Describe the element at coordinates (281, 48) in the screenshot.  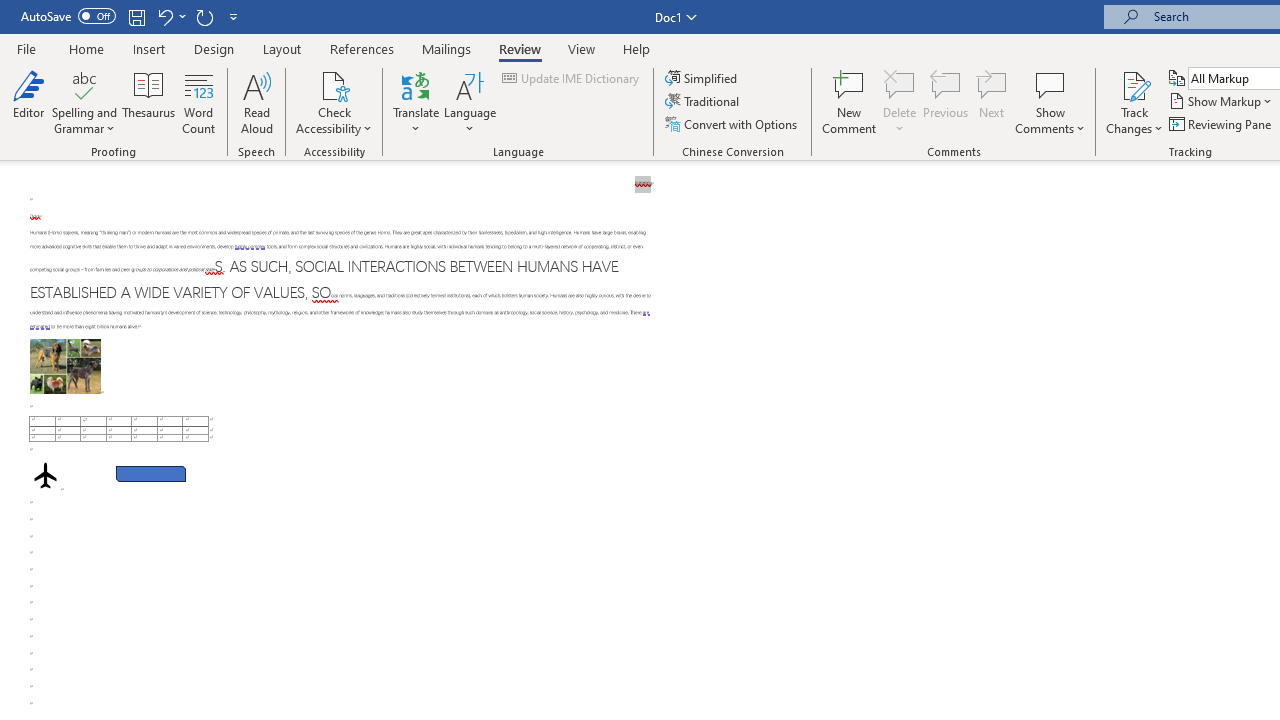
I see `'Layout'` at that location.